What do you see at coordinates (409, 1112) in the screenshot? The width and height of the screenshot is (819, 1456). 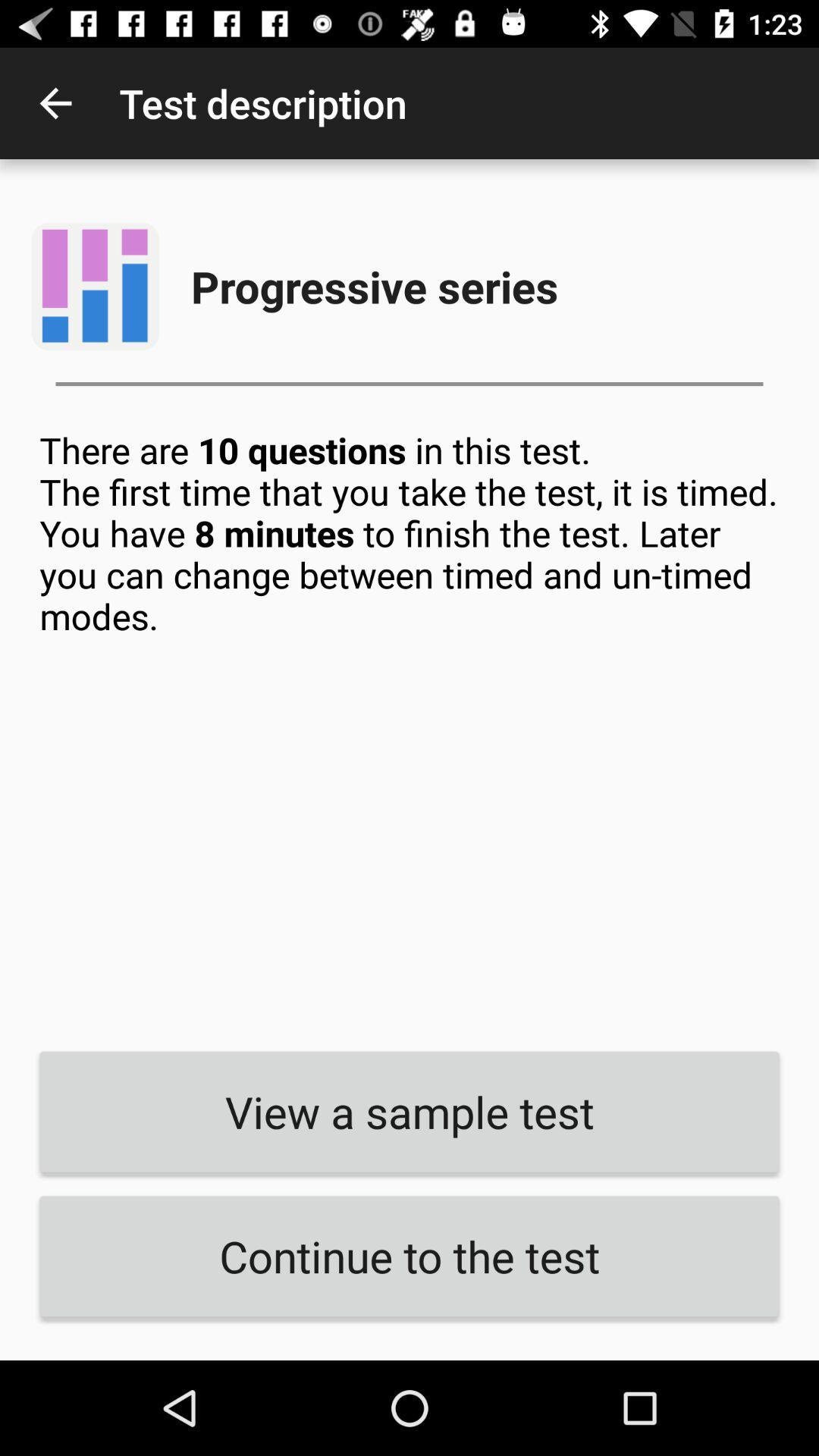 I see `the view a sample` at bounding box center [409, 1112].